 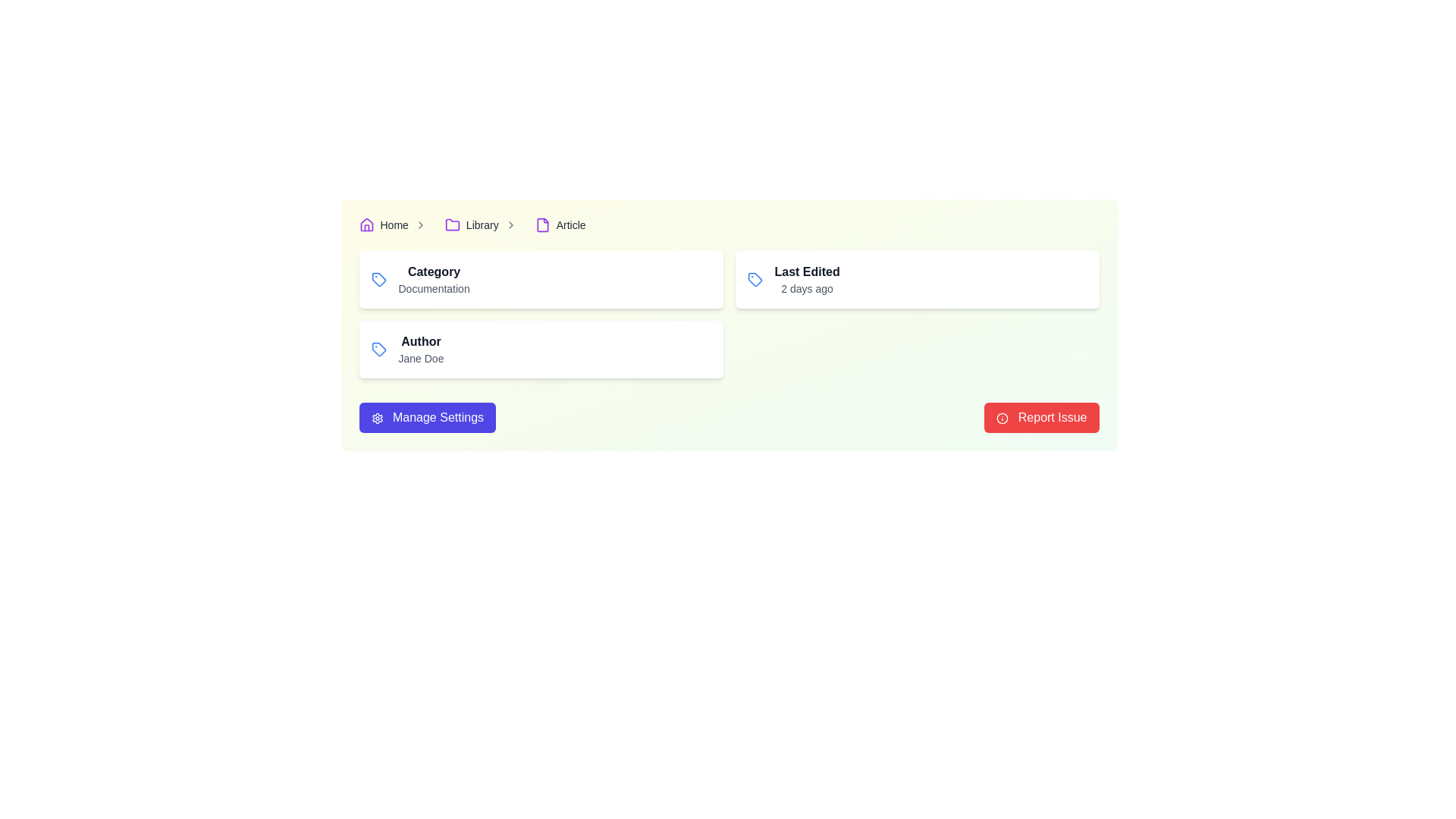 I want to click on the 'Article' clickable text link in the breadcrumb navigation, so click(x=570, y=225).